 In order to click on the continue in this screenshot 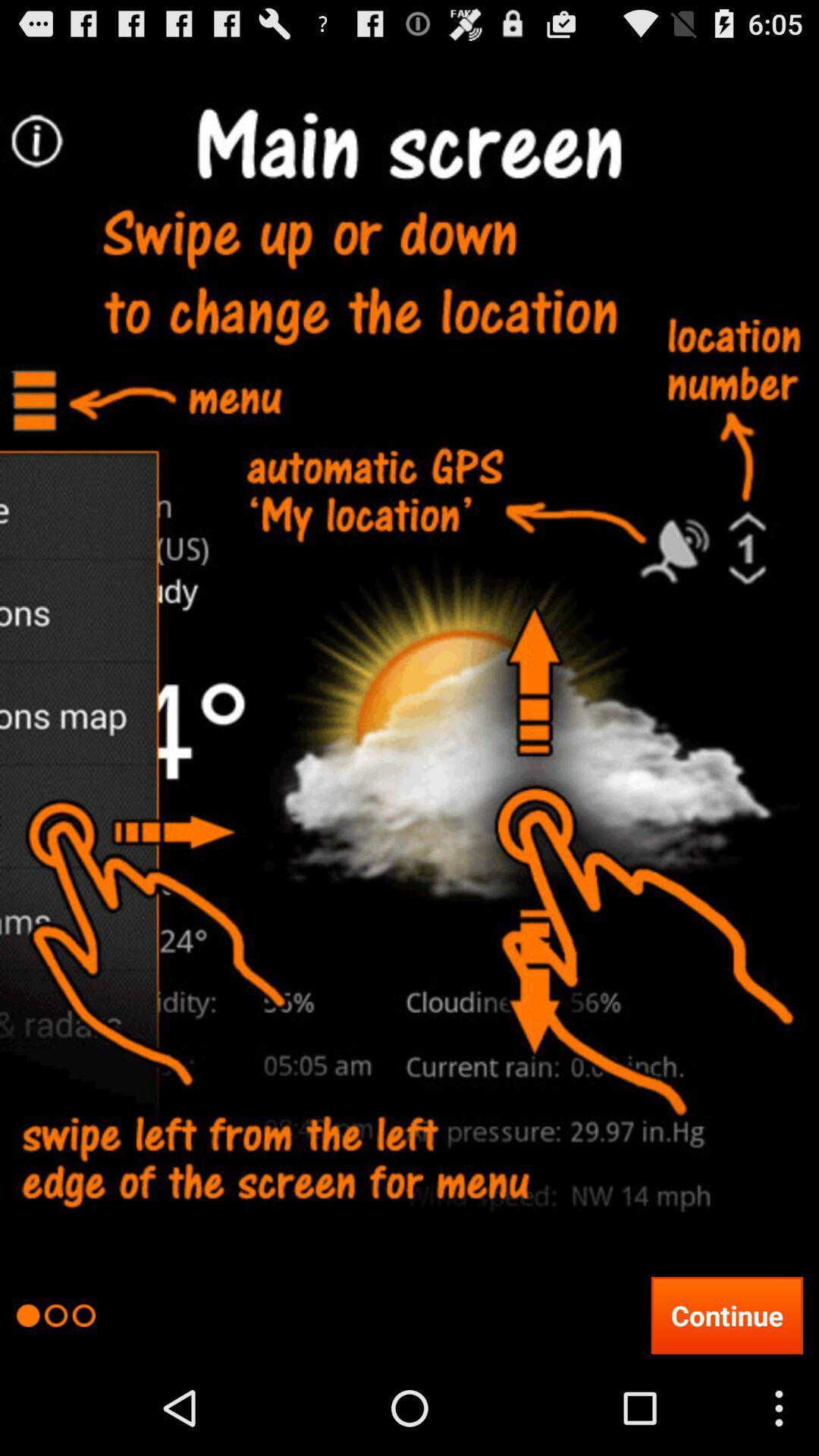, I will do `click(726, 1314)`.